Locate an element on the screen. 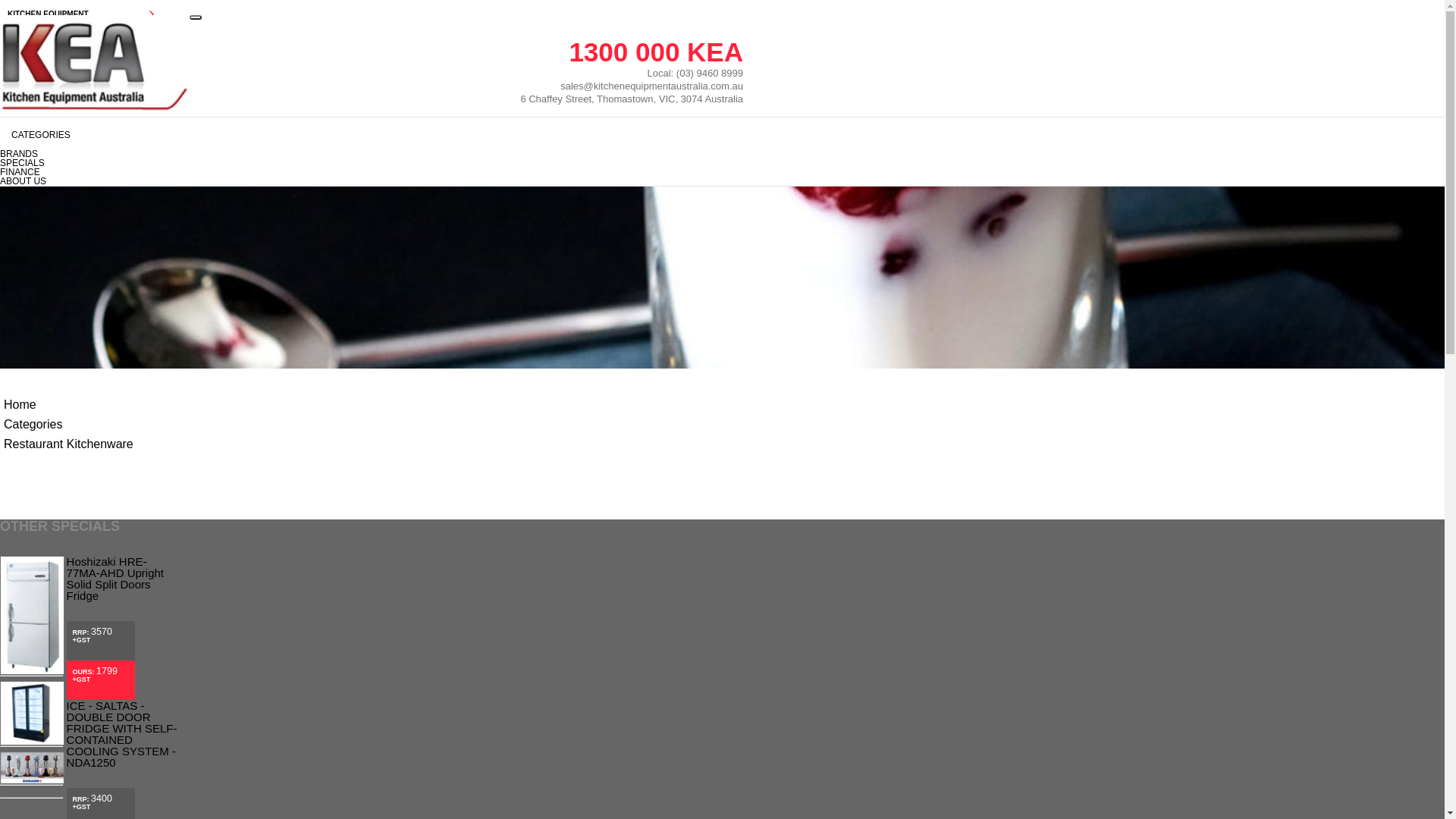 Image resolution: width=1456 pixels, height=819 pixels. 'COMMERCIAL DEEP FRYERS' is located at coordinates (0, 128).